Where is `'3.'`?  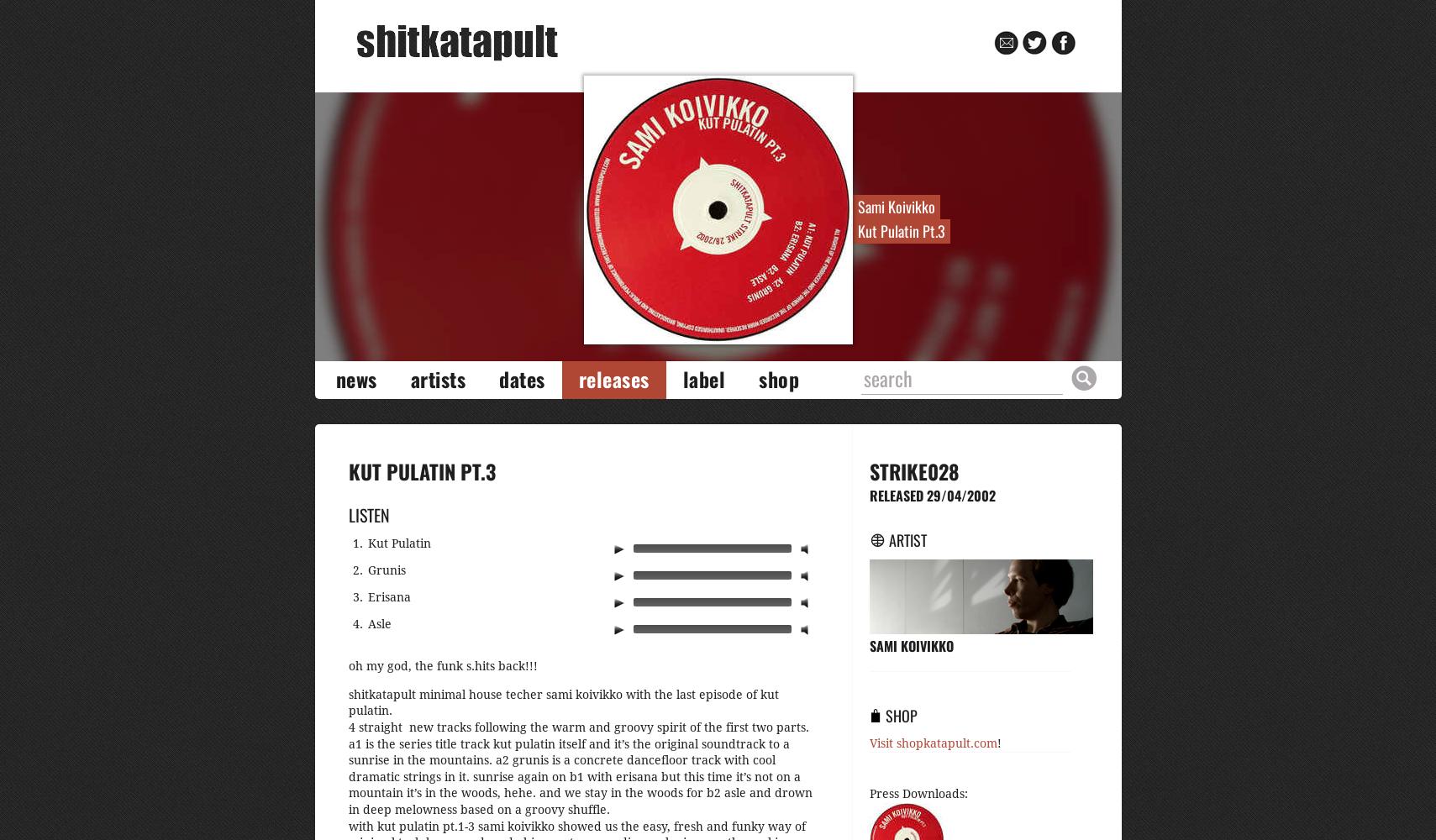 '3.' is located at coordinates (358, 596).